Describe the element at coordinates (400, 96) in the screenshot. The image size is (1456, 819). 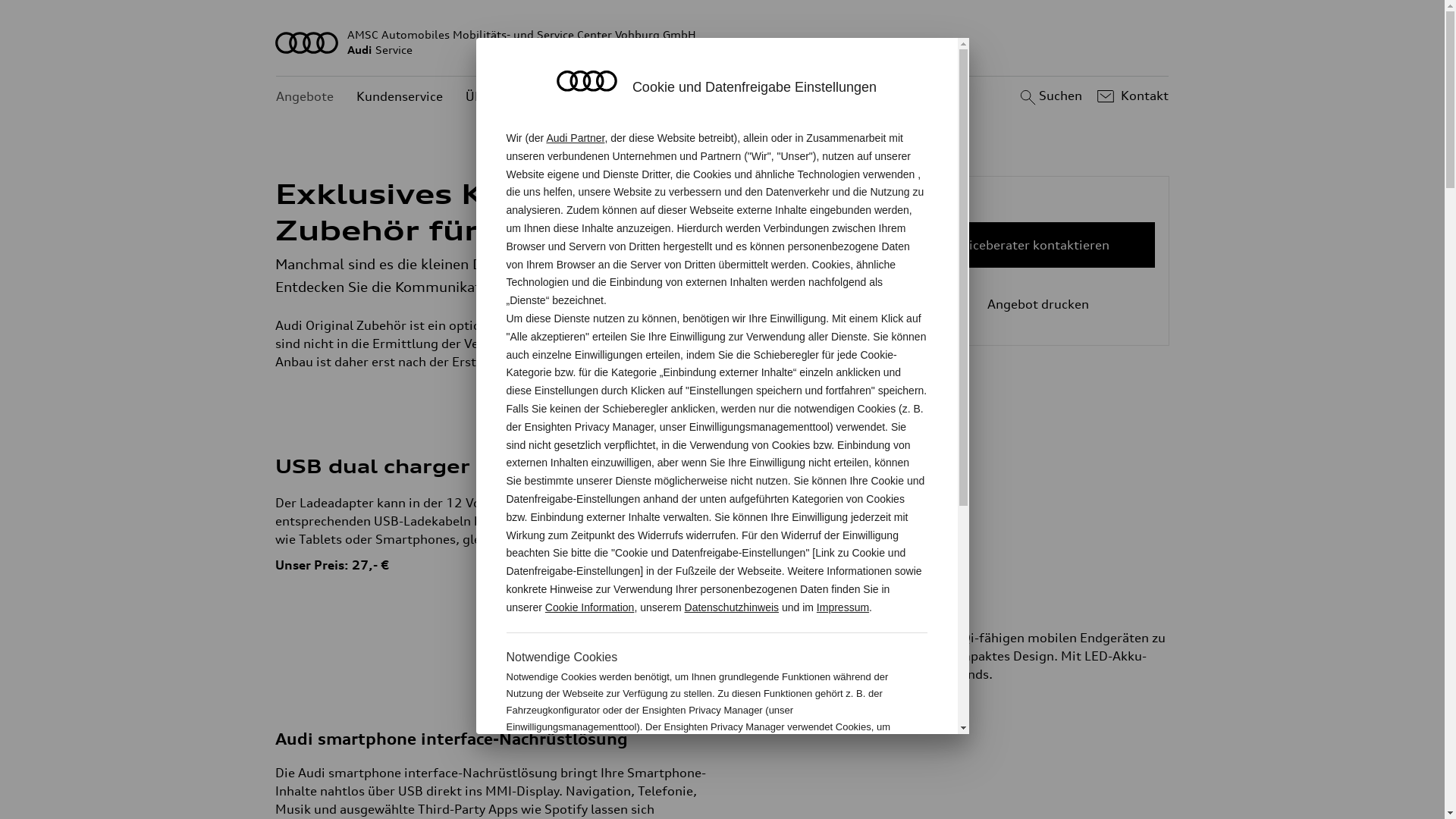
I see `'Kundenservice'` at that location.